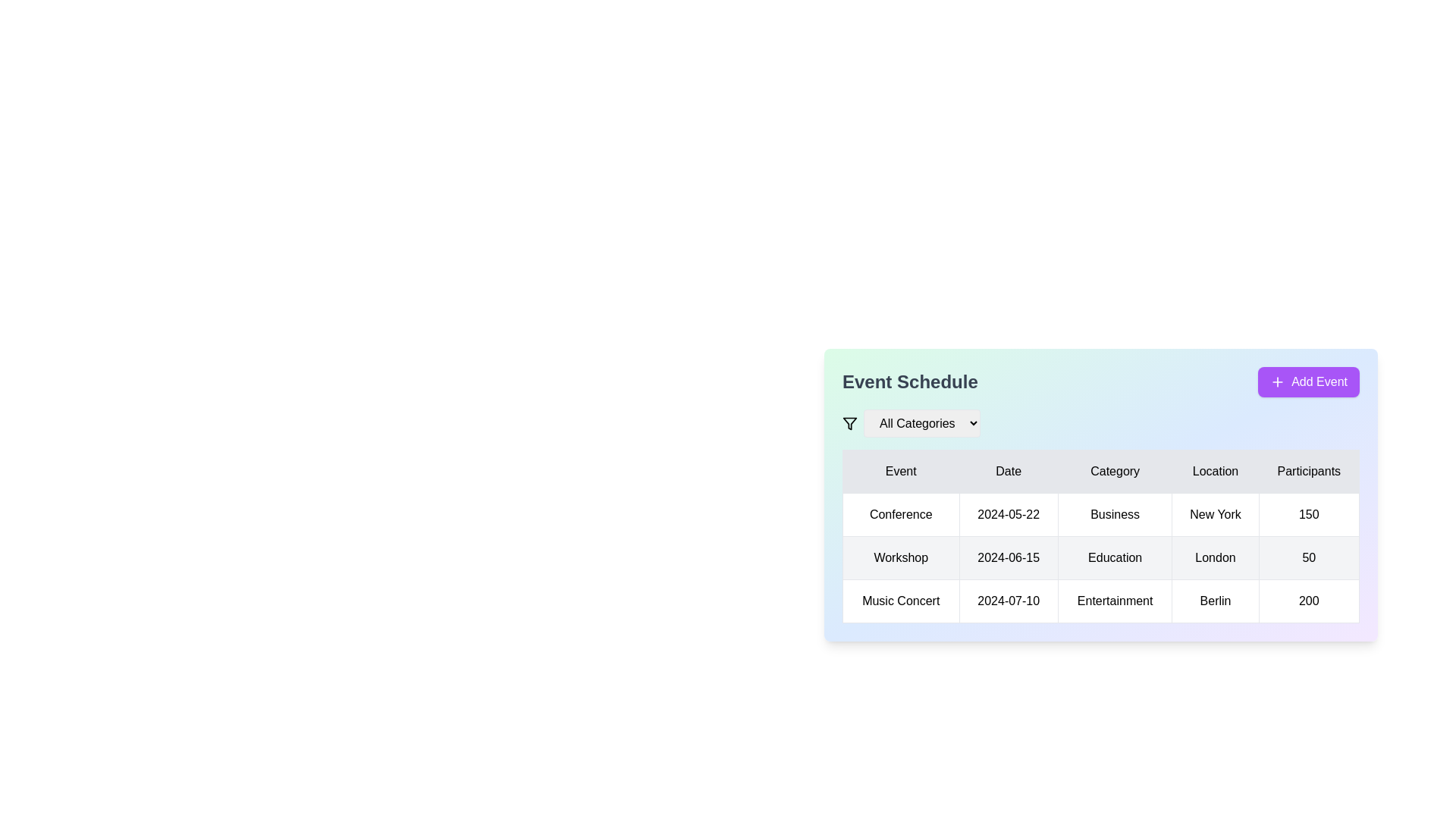 Image resolution: width=1456 pixels, height=819 pixels. I want to click on the 'Category' text label, which is the third header in a table with a light gray background and a defined border, so click(1115, 470).